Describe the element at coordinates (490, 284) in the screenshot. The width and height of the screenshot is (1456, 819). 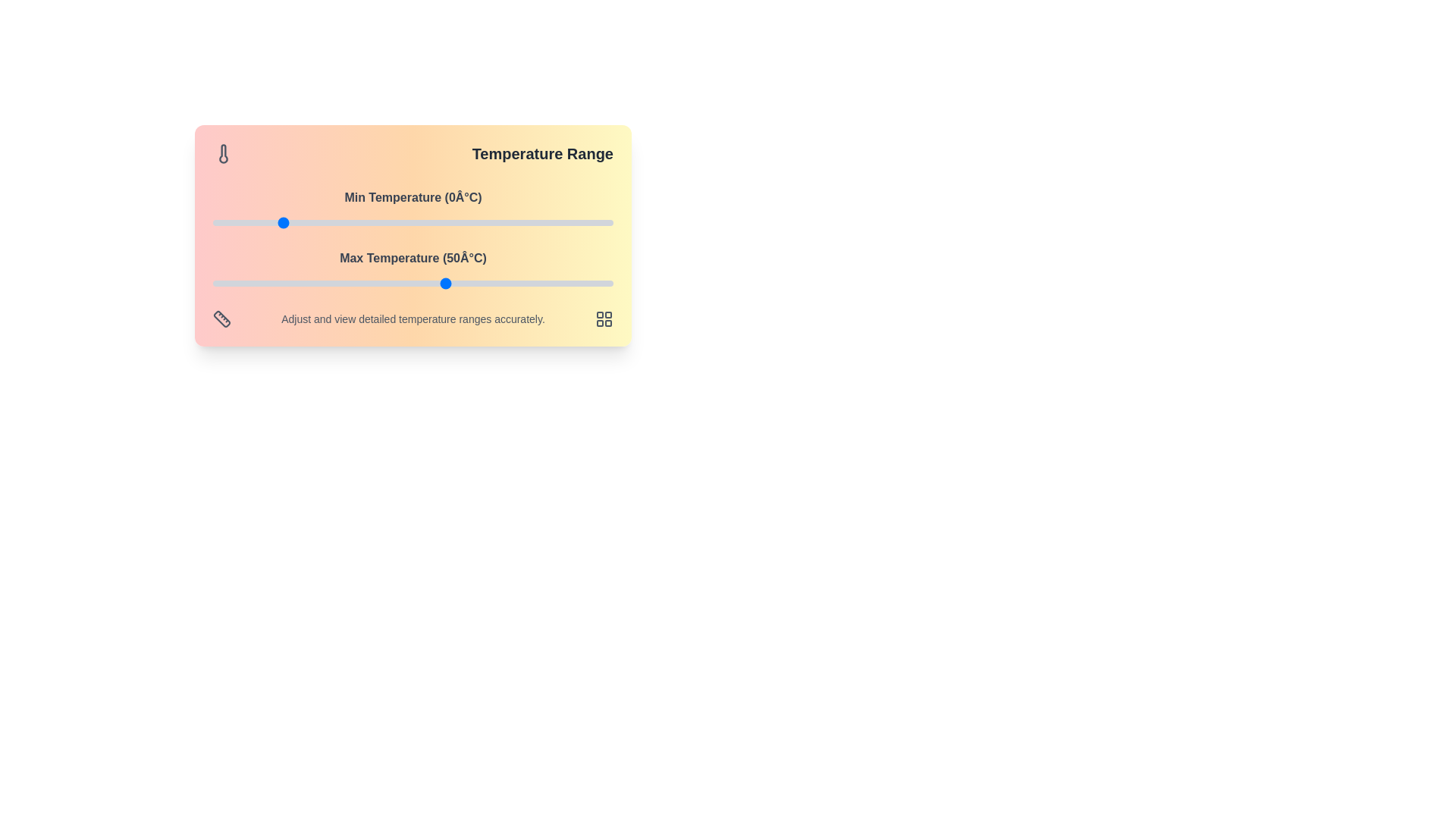
I see `the maximum temperature slider to 63°C` at that location.